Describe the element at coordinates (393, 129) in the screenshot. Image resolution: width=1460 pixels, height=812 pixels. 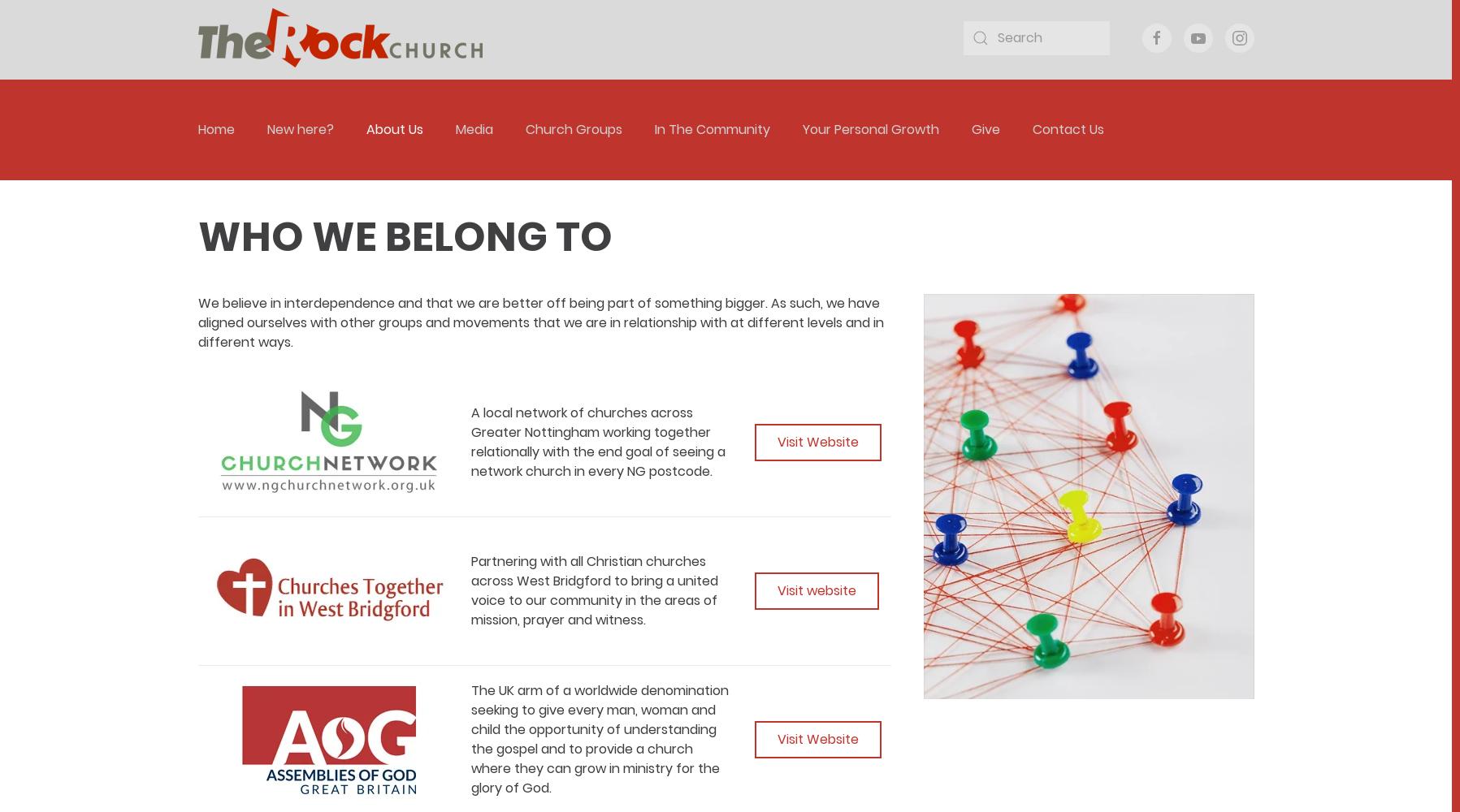
I see `'About Us'` at that location.